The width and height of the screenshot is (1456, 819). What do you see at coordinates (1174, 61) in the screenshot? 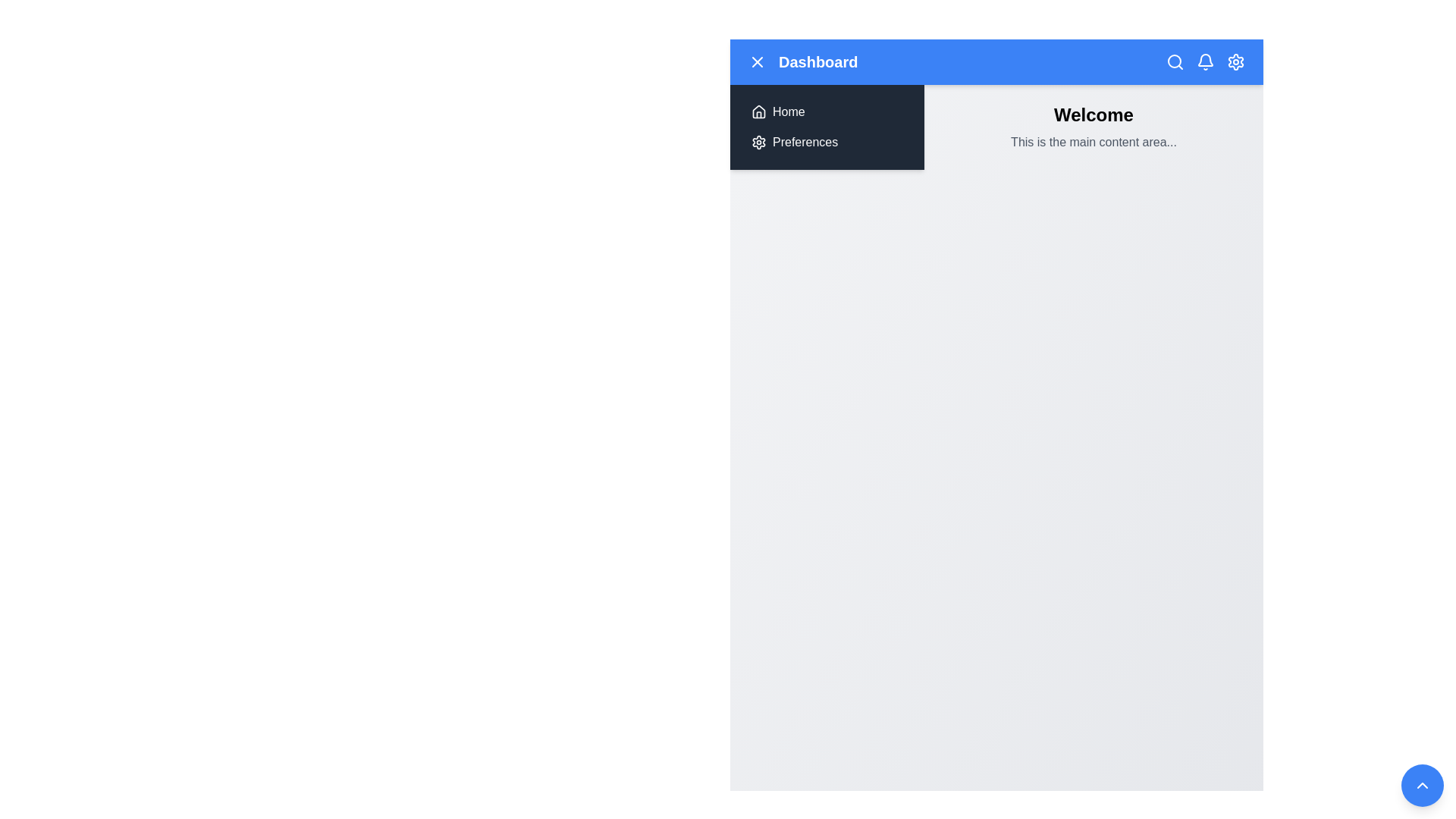
I see `styling of the SVG Circle element that is part of the search icon, located near the top-right corner of the header` at bounding box center [1174, 61].